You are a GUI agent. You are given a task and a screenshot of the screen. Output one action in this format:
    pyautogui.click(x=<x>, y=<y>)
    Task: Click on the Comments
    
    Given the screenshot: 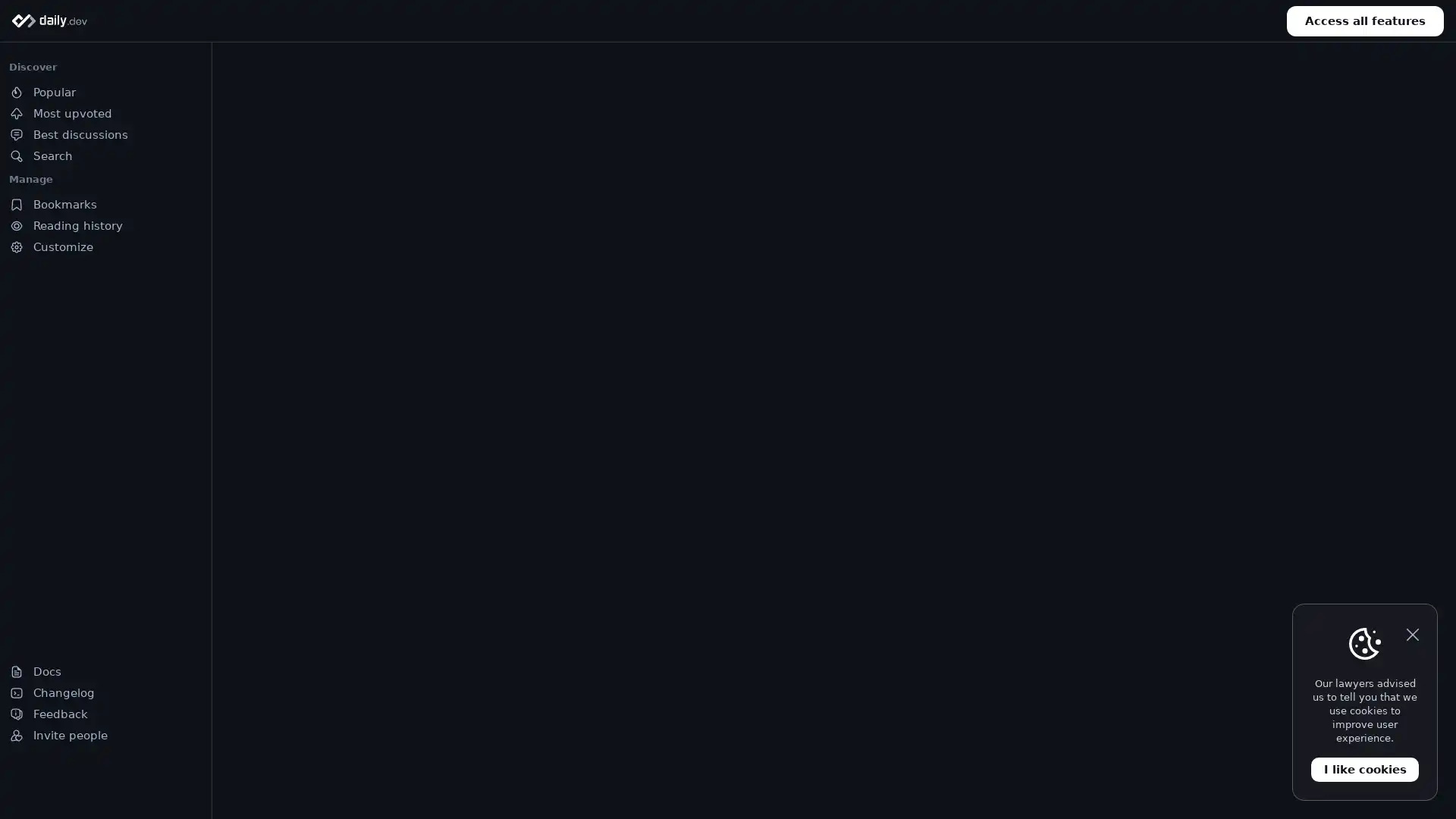 What is the action you would take?
    pyautogui.click(x=1234, y=739)
    